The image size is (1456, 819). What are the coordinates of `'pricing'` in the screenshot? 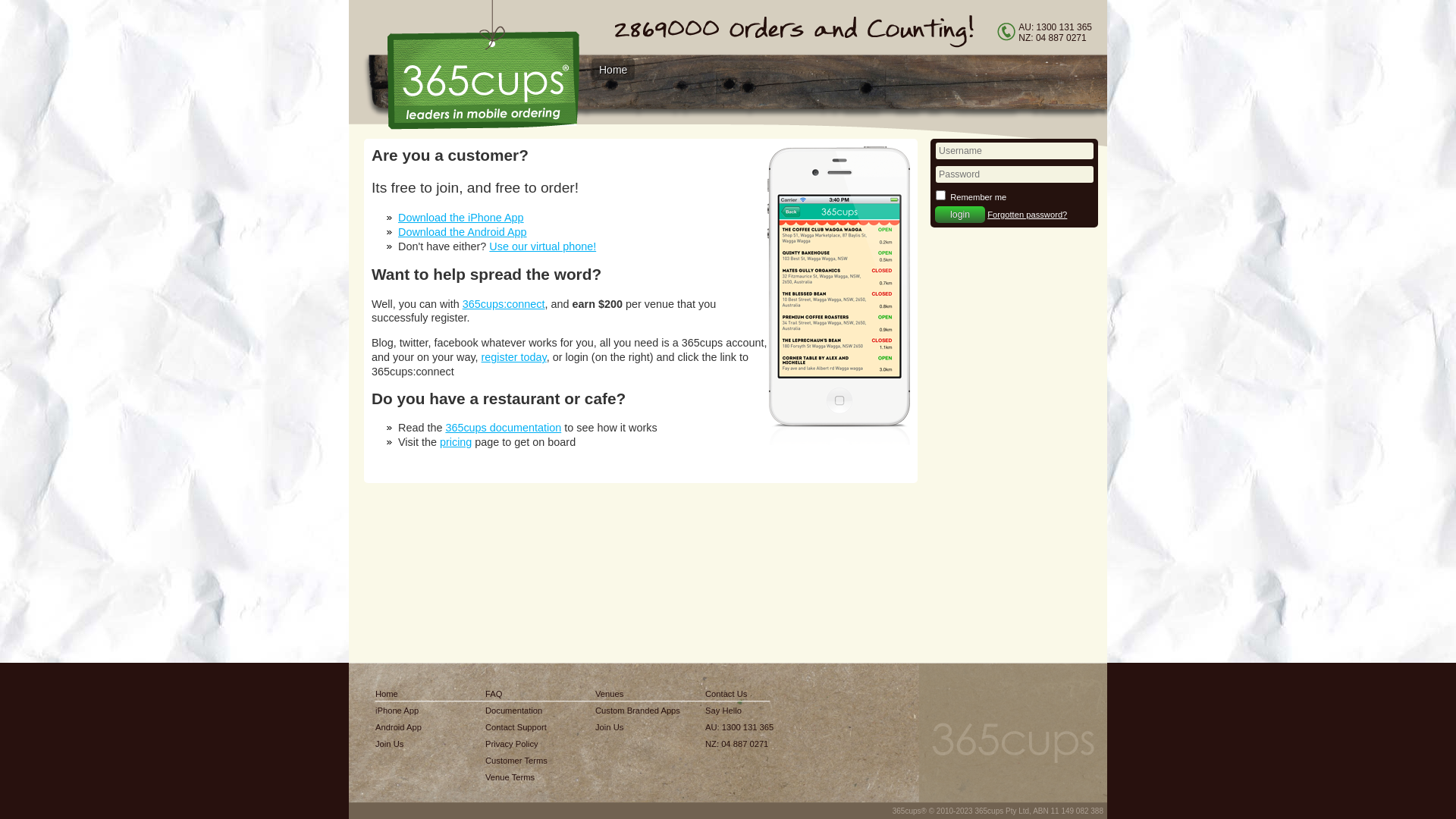 It's located at (454, 441).